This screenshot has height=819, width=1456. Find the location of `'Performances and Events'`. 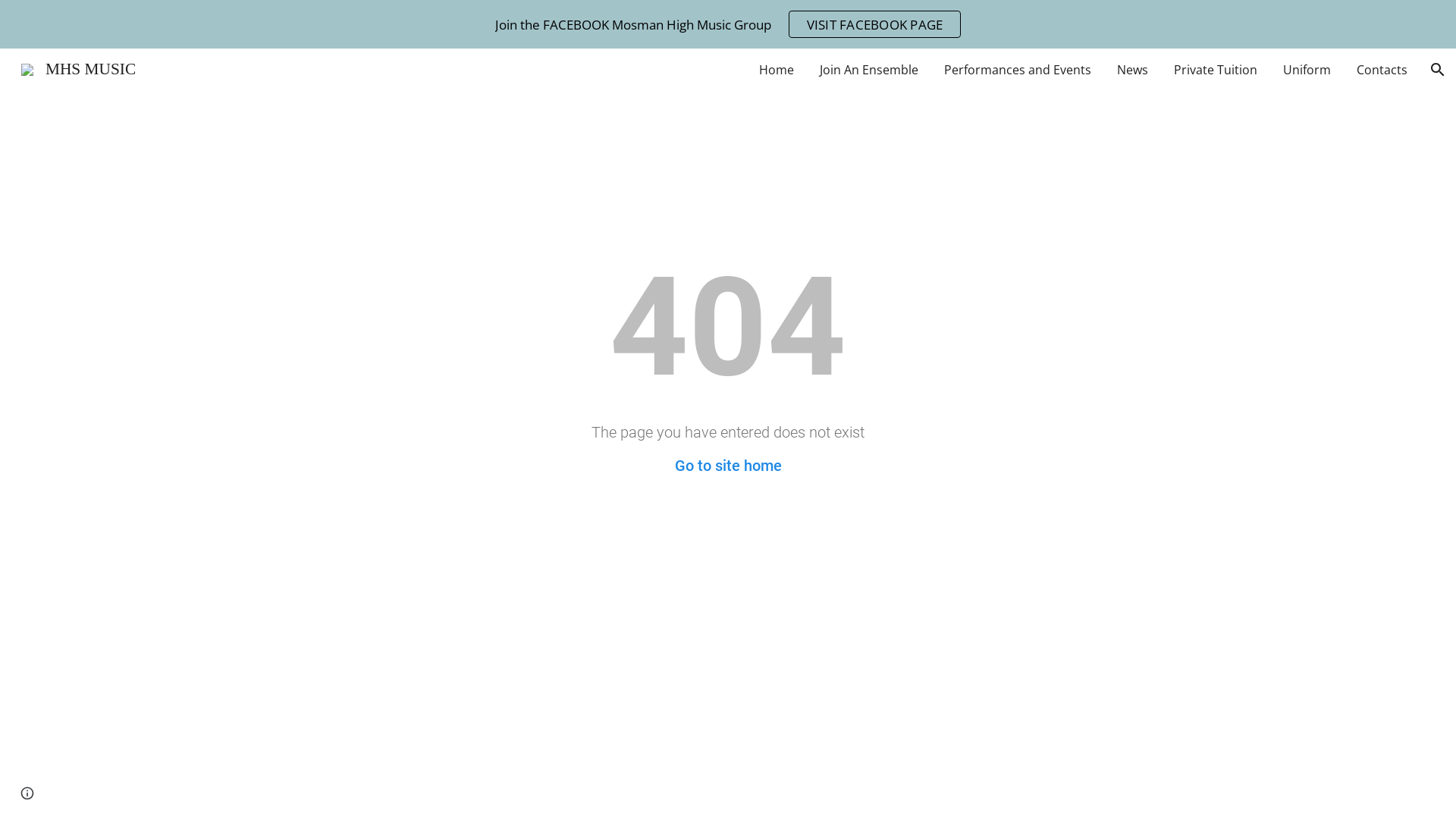

'Performances and Events' is located at coordinates (1018, 70).